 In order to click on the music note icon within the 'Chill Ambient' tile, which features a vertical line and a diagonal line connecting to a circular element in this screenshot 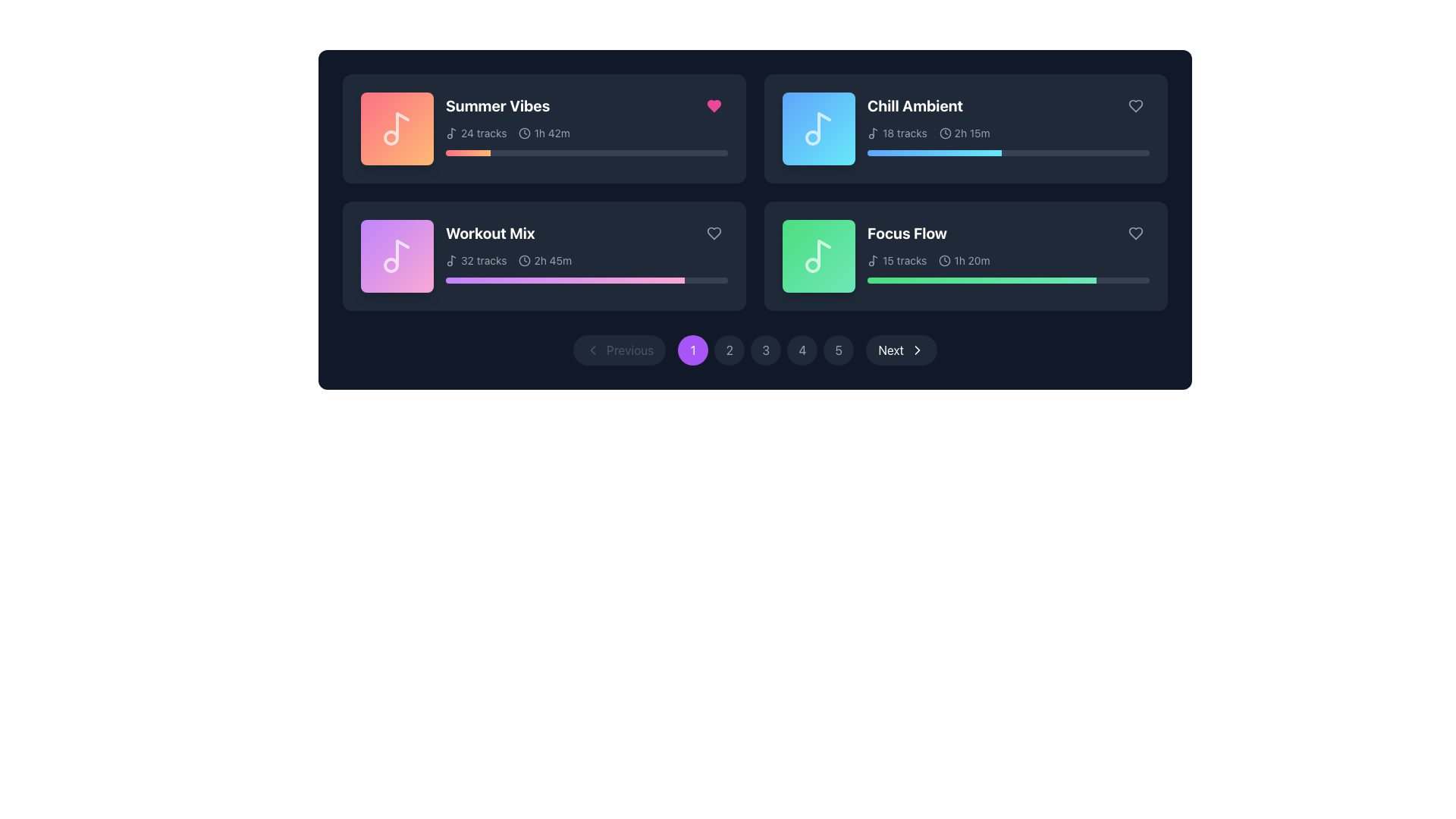, I will do `click(823, 124)`.